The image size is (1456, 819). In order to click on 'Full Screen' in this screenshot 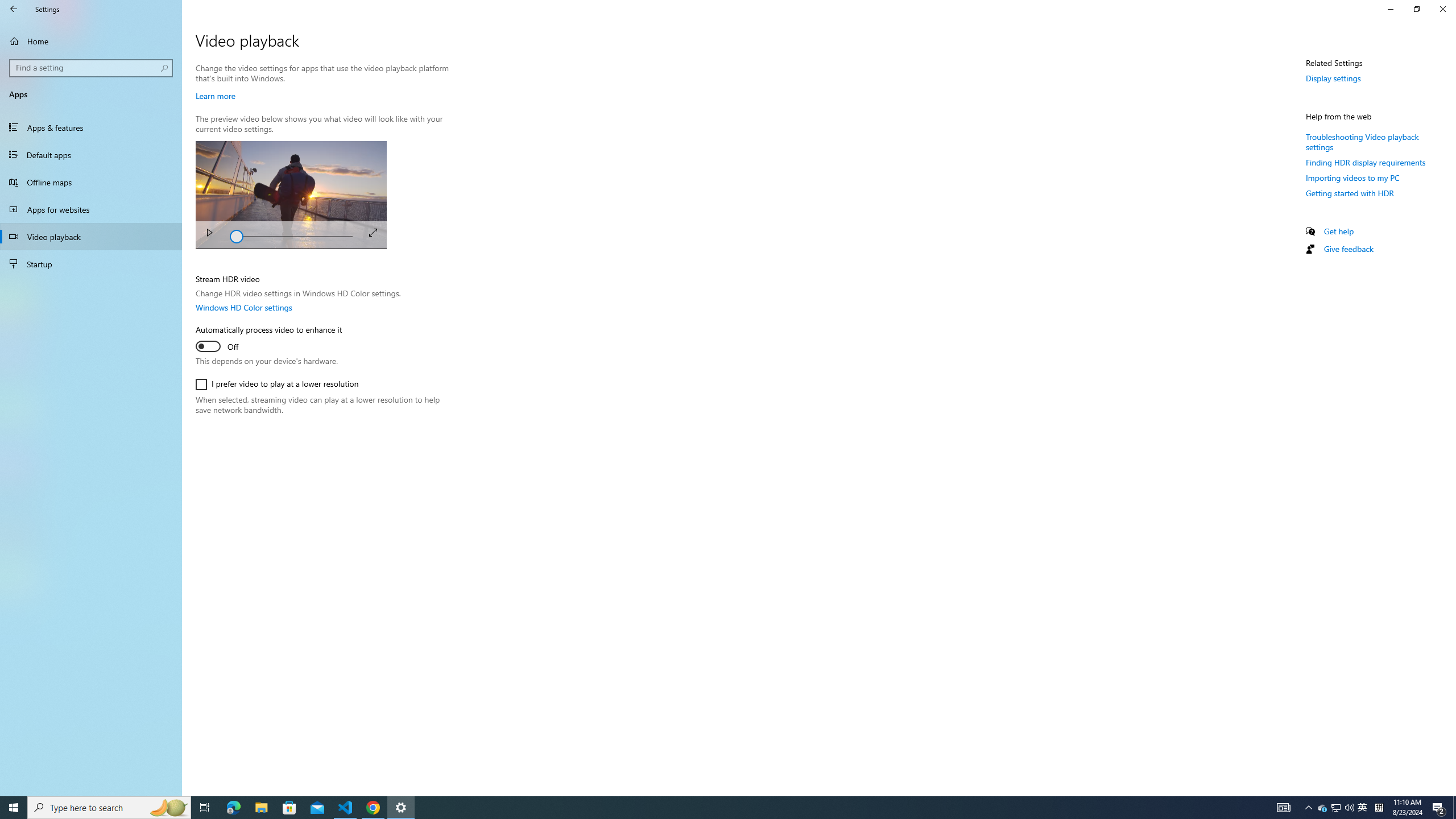, I will do `click(373, 231)`.